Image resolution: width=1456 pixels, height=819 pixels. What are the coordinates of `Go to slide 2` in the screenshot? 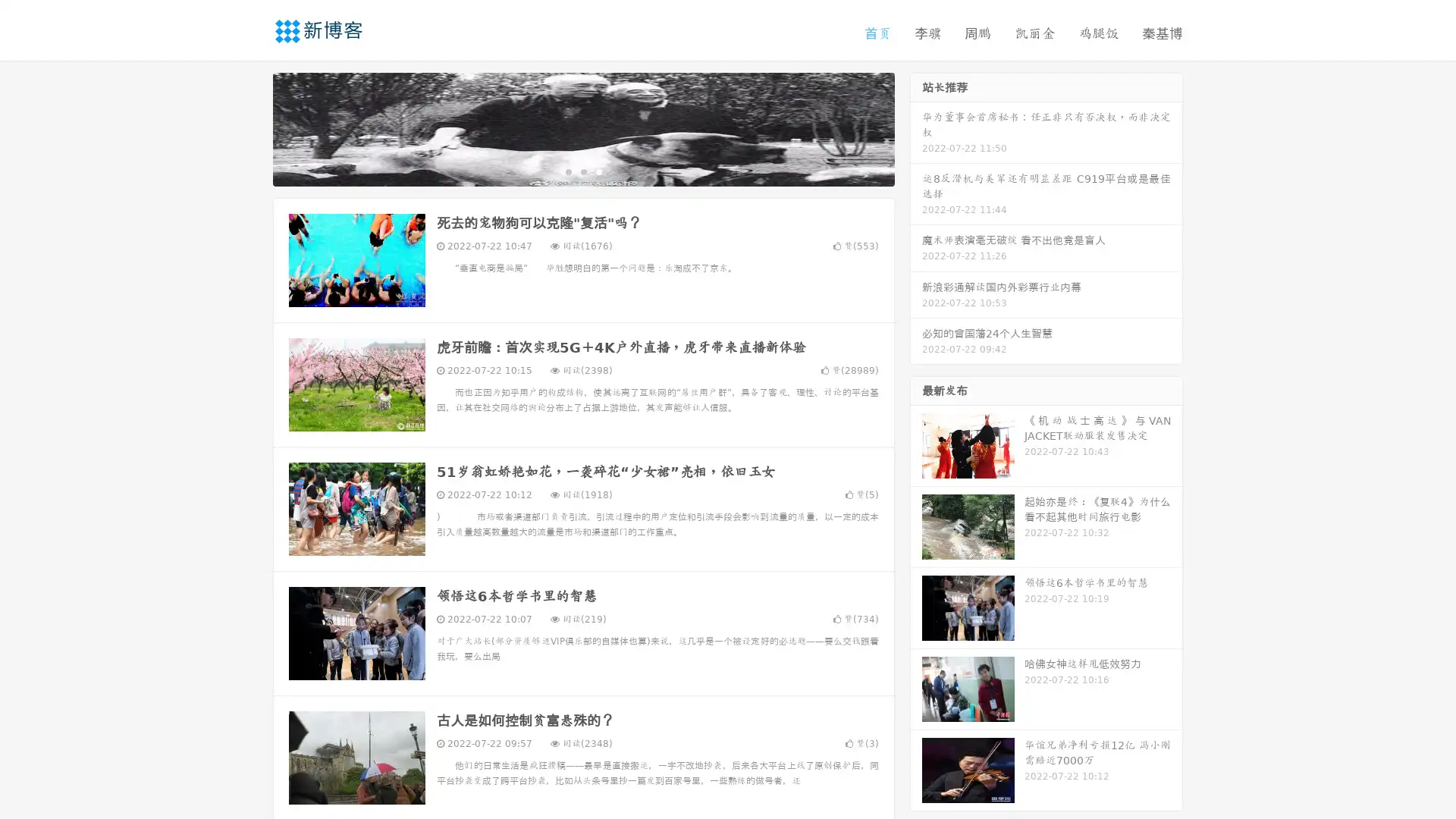 It's located at (582, 171).